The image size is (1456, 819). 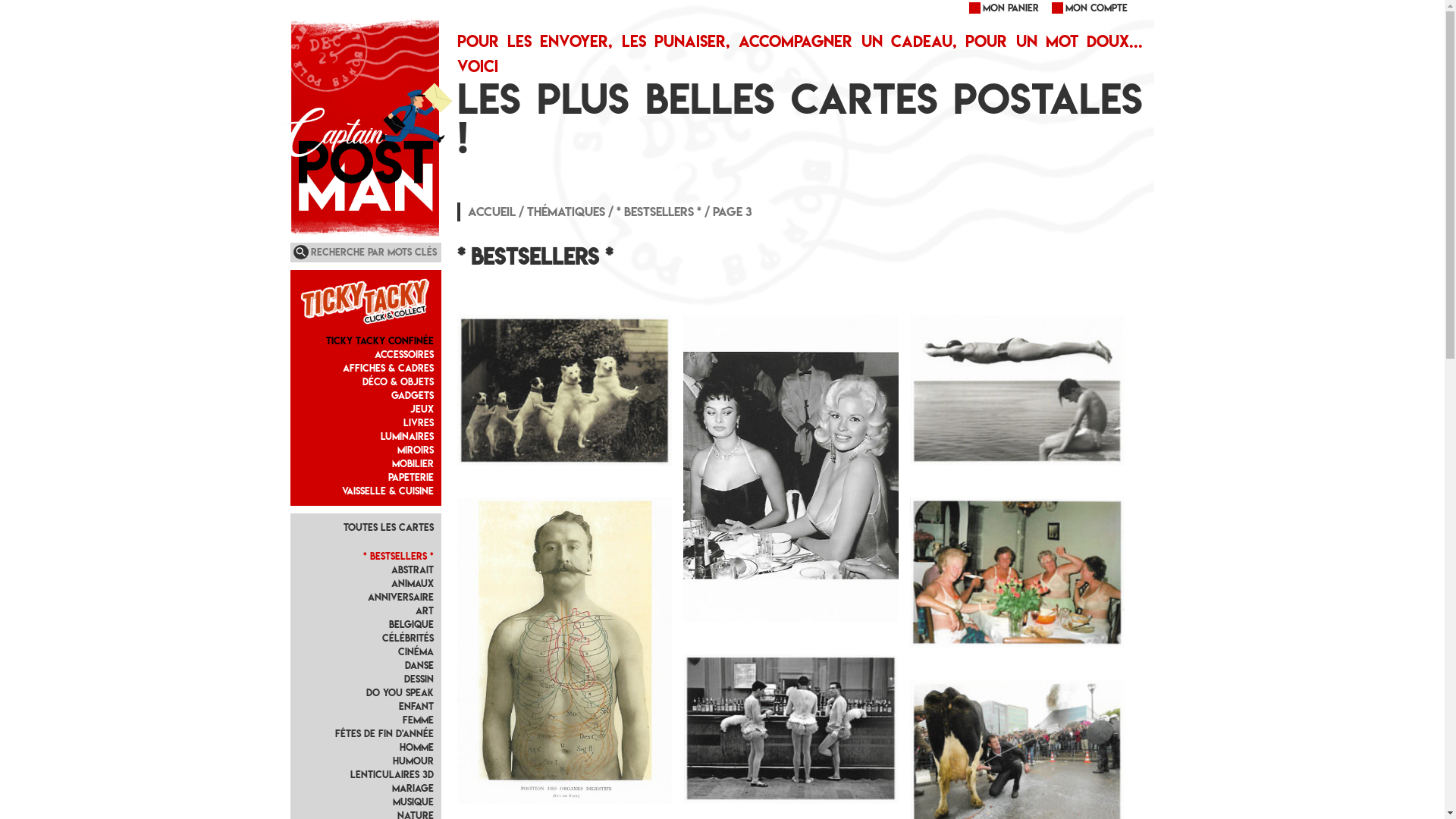 What do you see at coordinates (418, 719) in the screenshot?
I see `'Femme'` at bounding box center [418, 719].